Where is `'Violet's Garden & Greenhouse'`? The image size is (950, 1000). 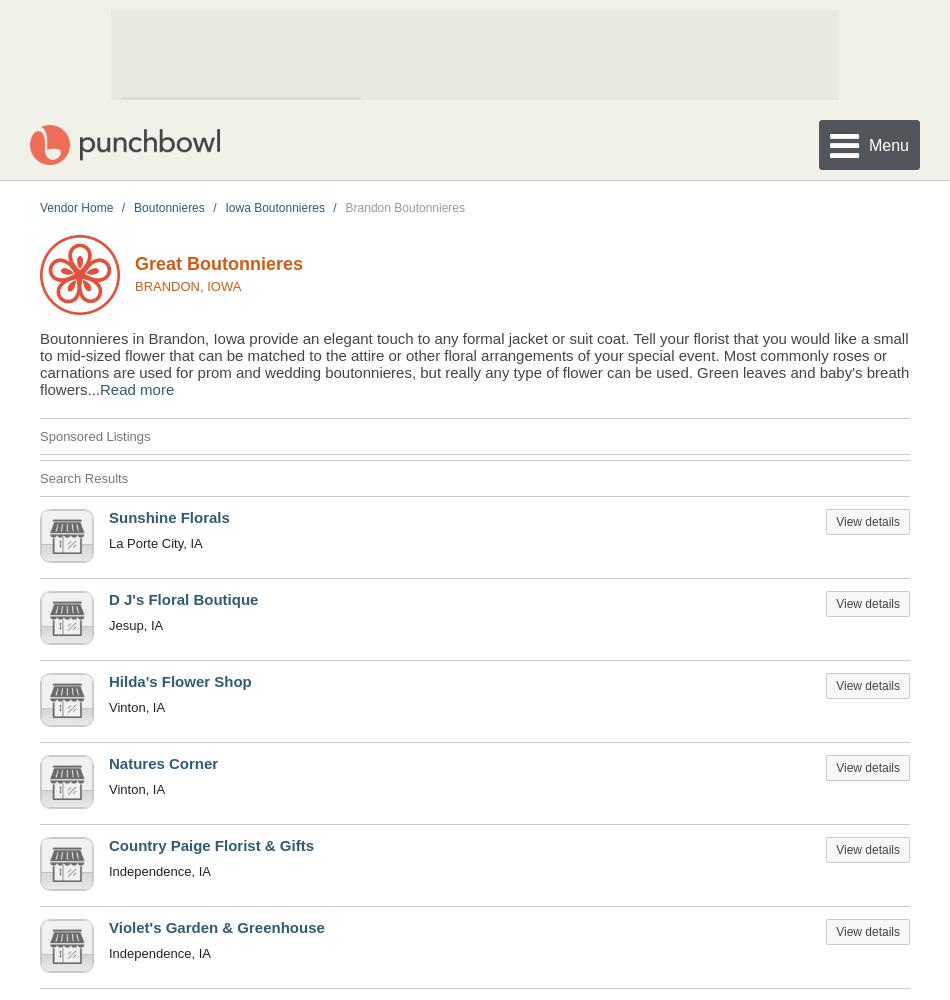
'Violet's Garden & Greenhouse' is located at coordinates (108, 926).